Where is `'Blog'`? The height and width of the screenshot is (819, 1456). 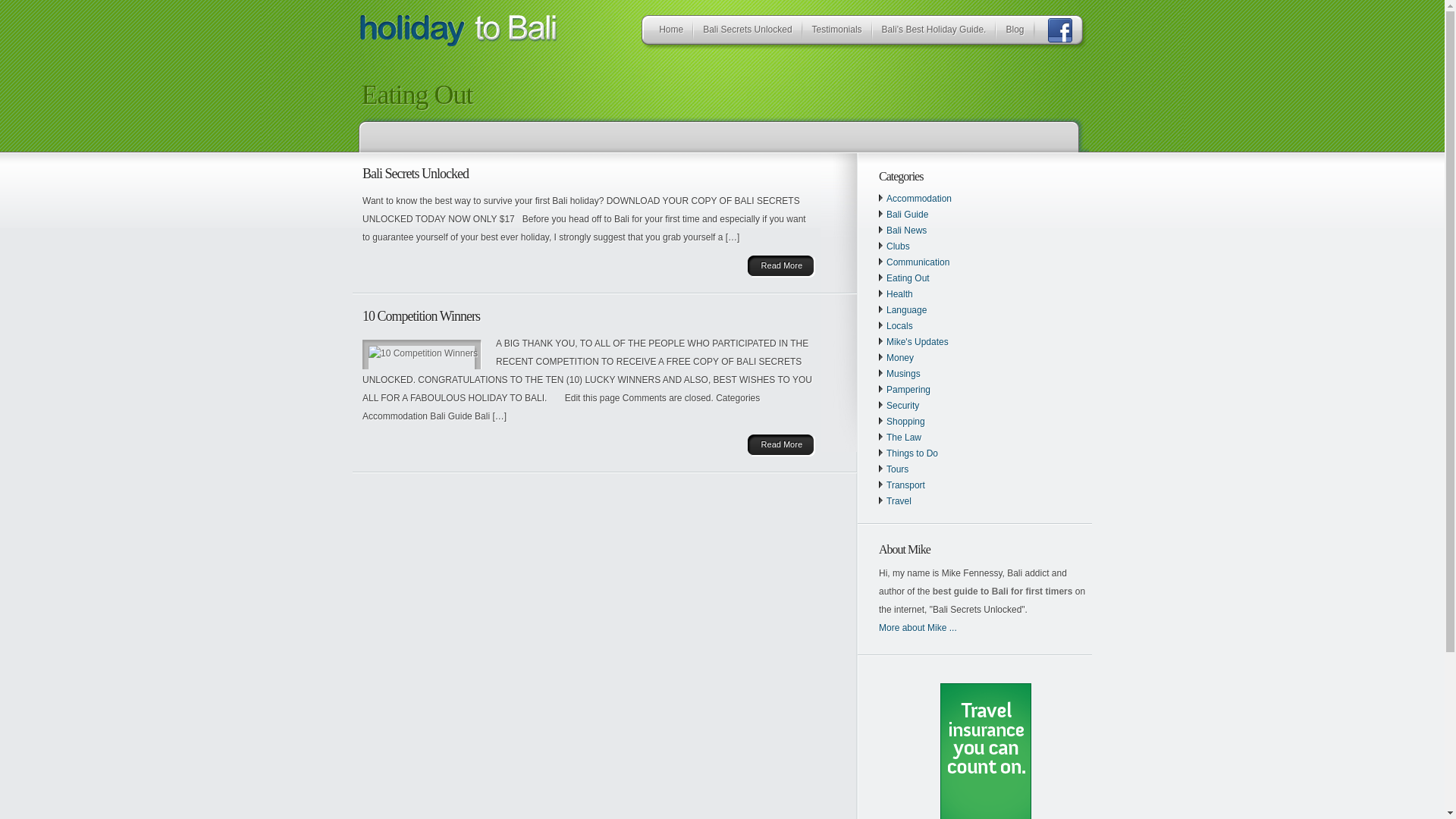 'Blog' is located at coordinates (1015, 32).